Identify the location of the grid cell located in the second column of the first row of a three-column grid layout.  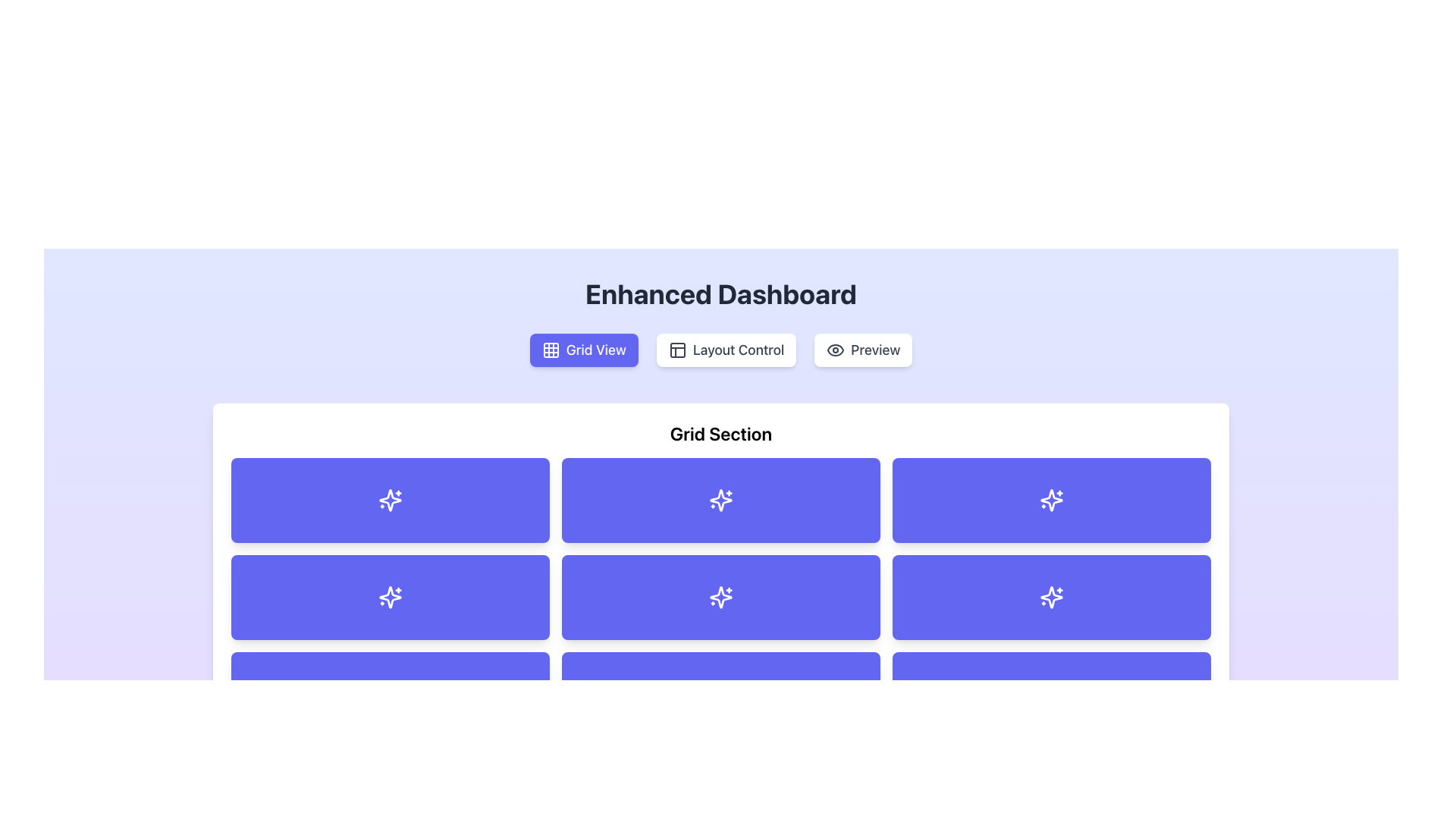
(720, 500).